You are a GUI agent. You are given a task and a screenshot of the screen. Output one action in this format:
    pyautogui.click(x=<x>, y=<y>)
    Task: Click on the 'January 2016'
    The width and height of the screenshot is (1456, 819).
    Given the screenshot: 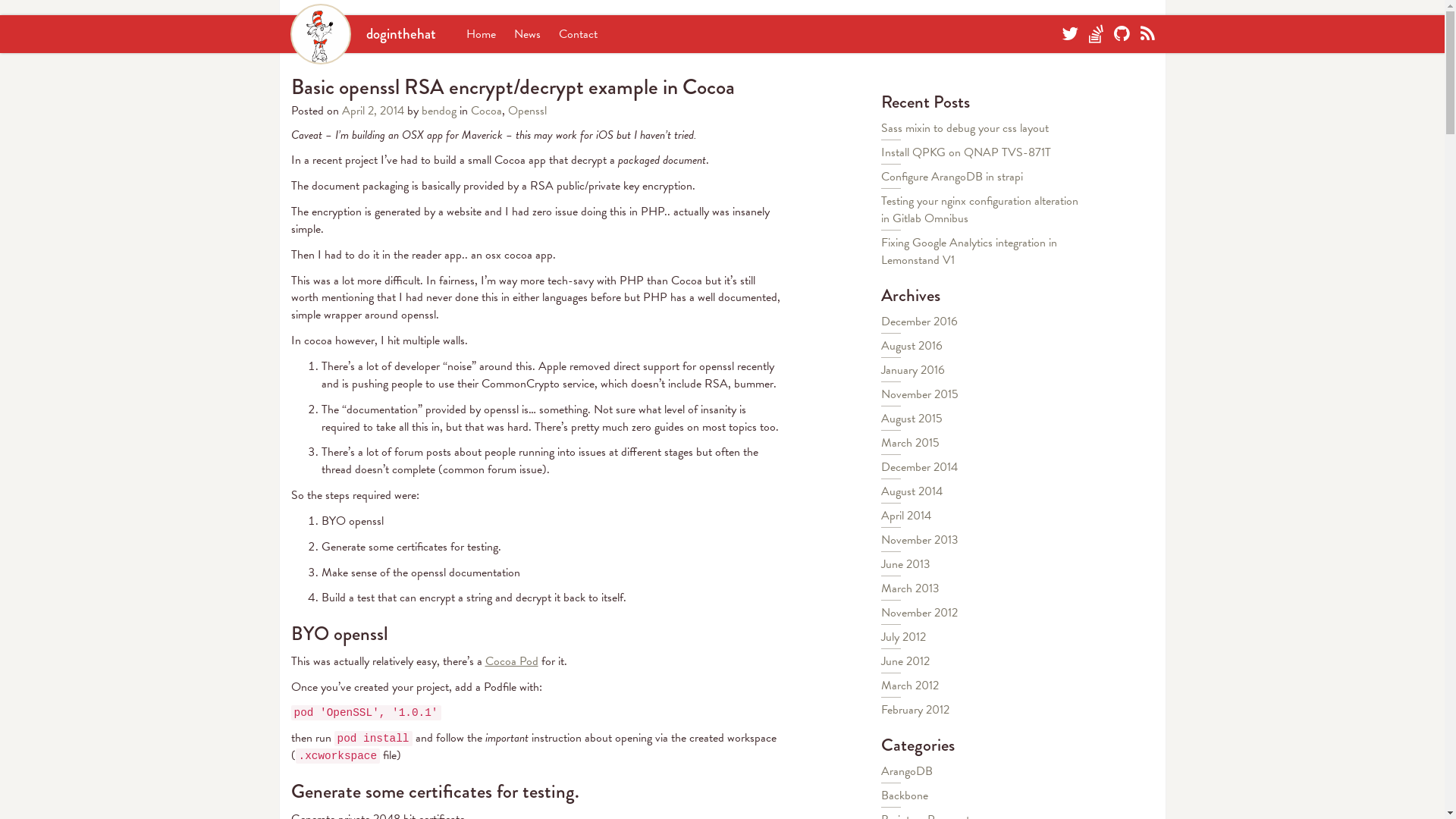 What is the action you would take?
    pyautogui.click(x=880, y=370)
    